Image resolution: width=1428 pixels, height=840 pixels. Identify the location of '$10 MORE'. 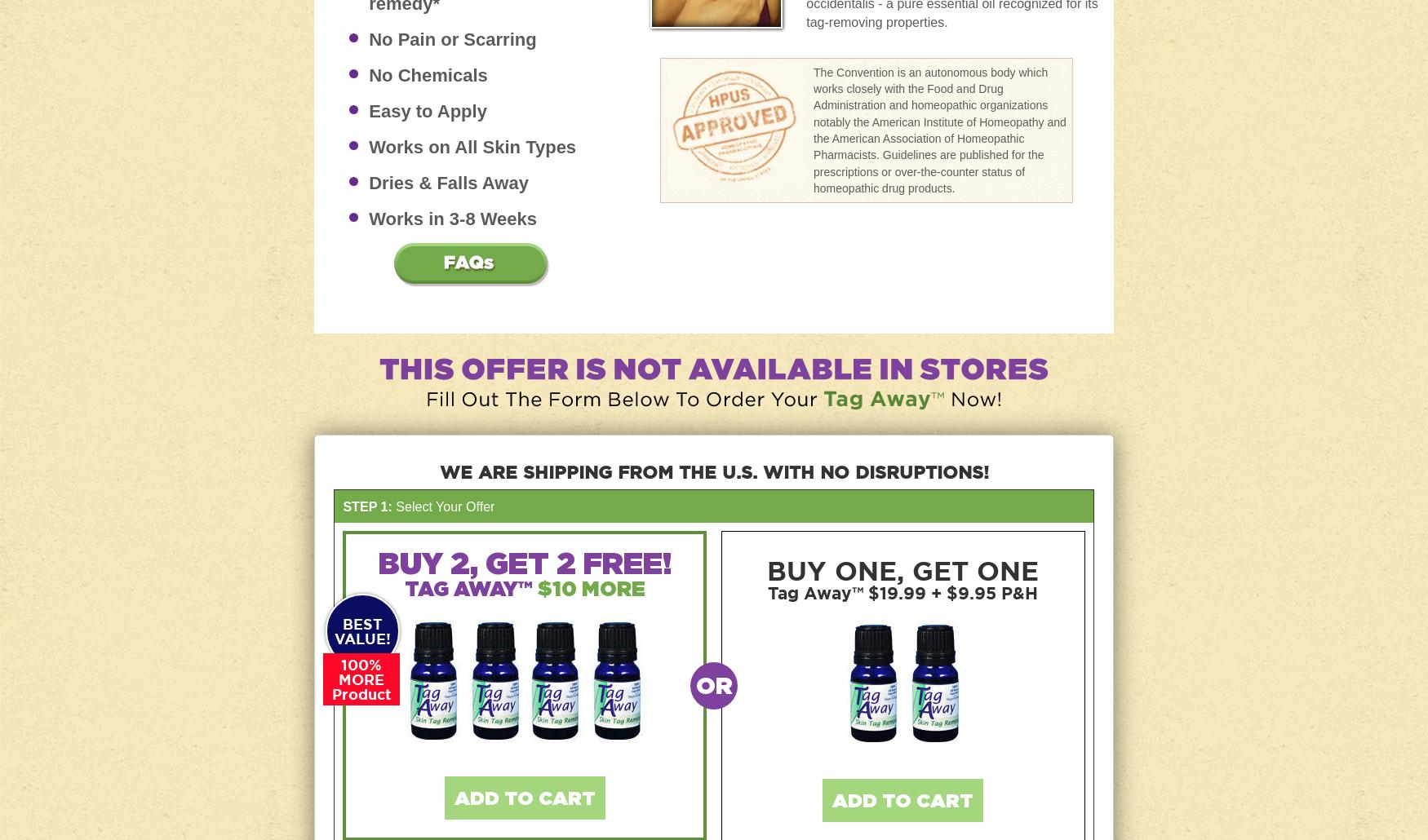
(590, 588).